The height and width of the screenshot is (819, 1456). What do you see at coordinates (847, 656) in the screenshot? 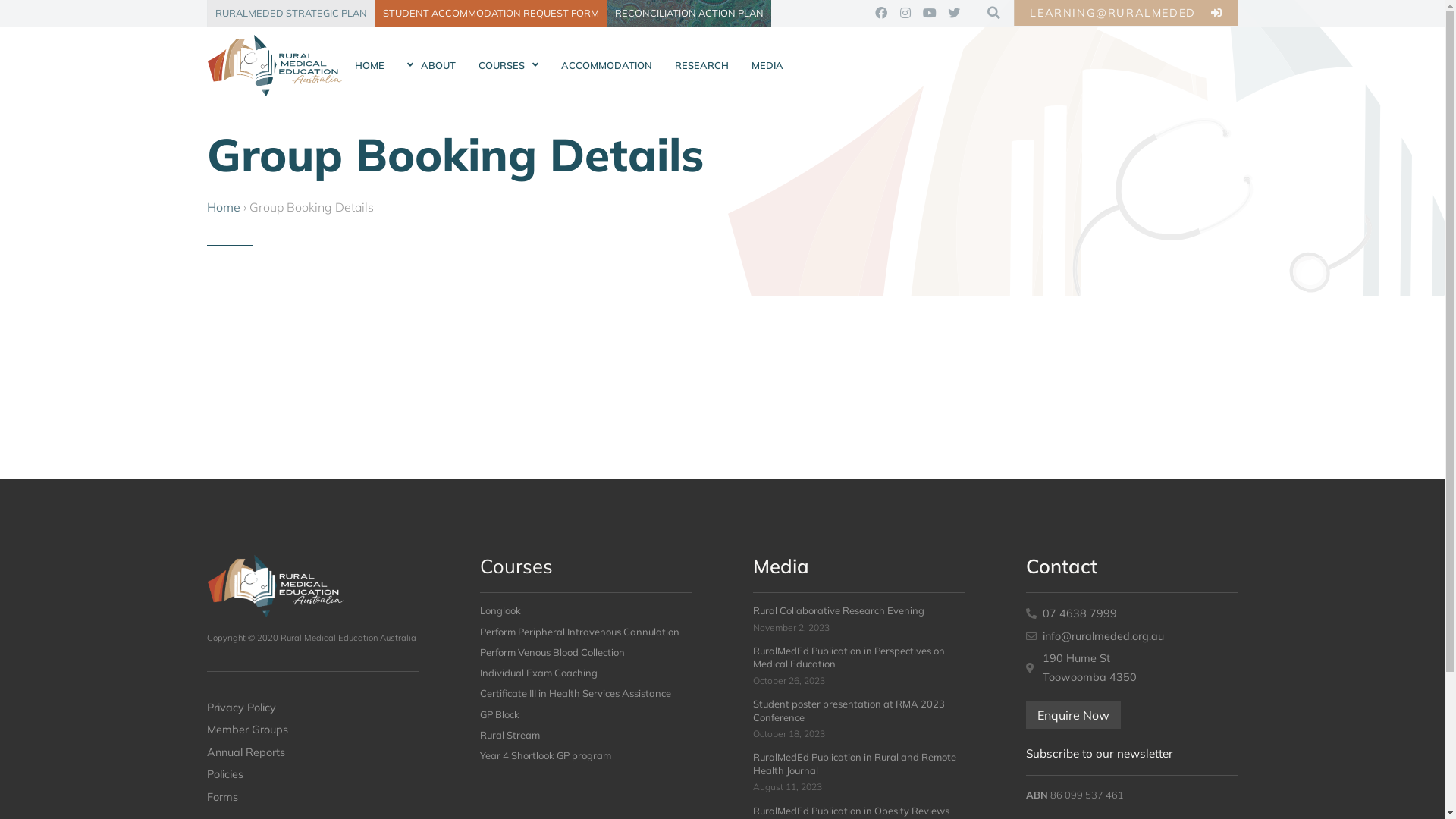
I see `'RuralMedEd Publication in Perspectives on Medical Education'` at bounding box center [847, 656].